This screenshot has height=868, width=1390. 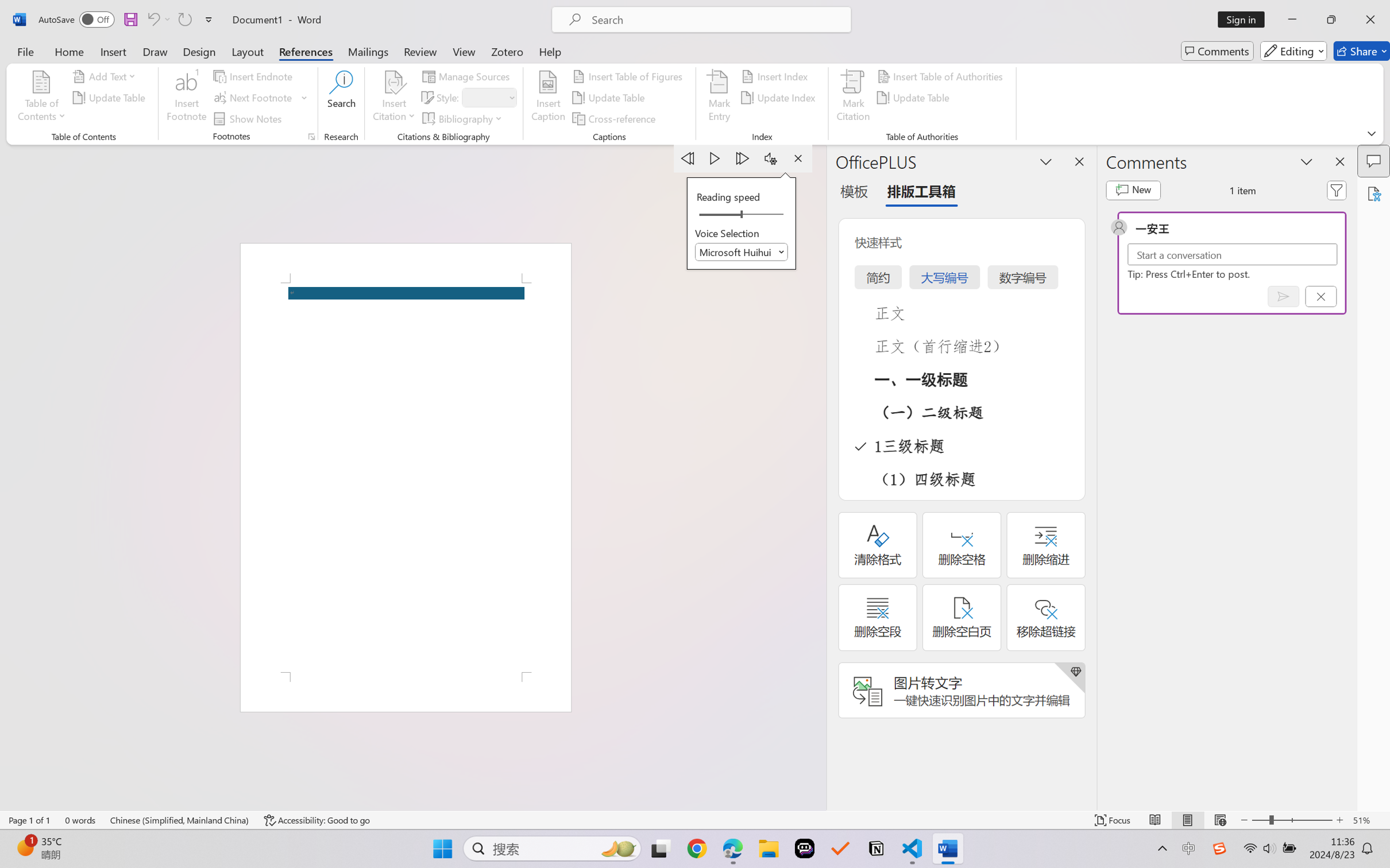 What do you see at coordinates (186, 98) in the screenshot?
I see `'Insert Footnote'` at bounding box center [186, 98].